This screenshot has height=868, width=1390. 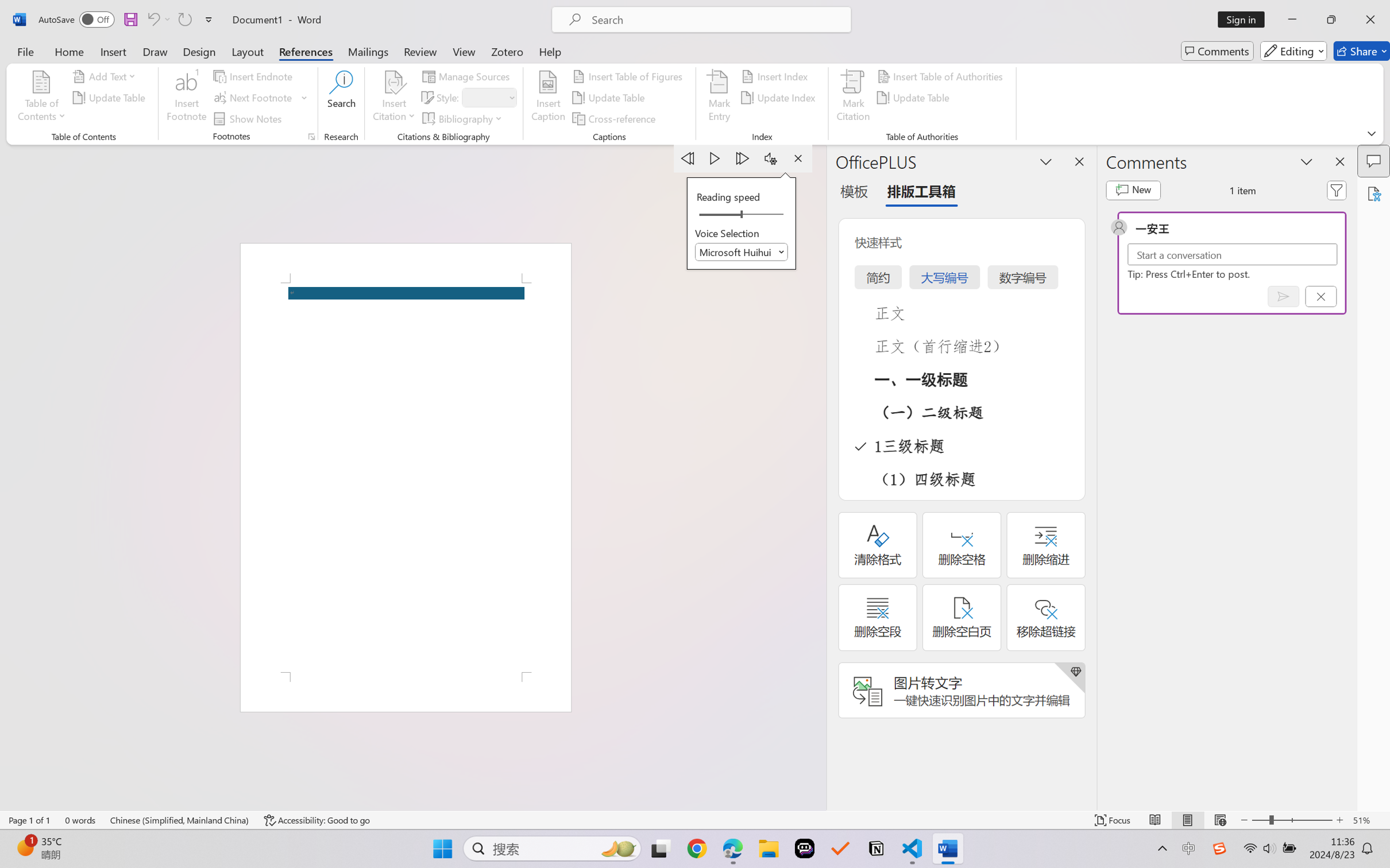 What do you see at coordinates (186, 98) in the screenshot?
I see `'Insert Footnote'` at bounding box center [186, 98].